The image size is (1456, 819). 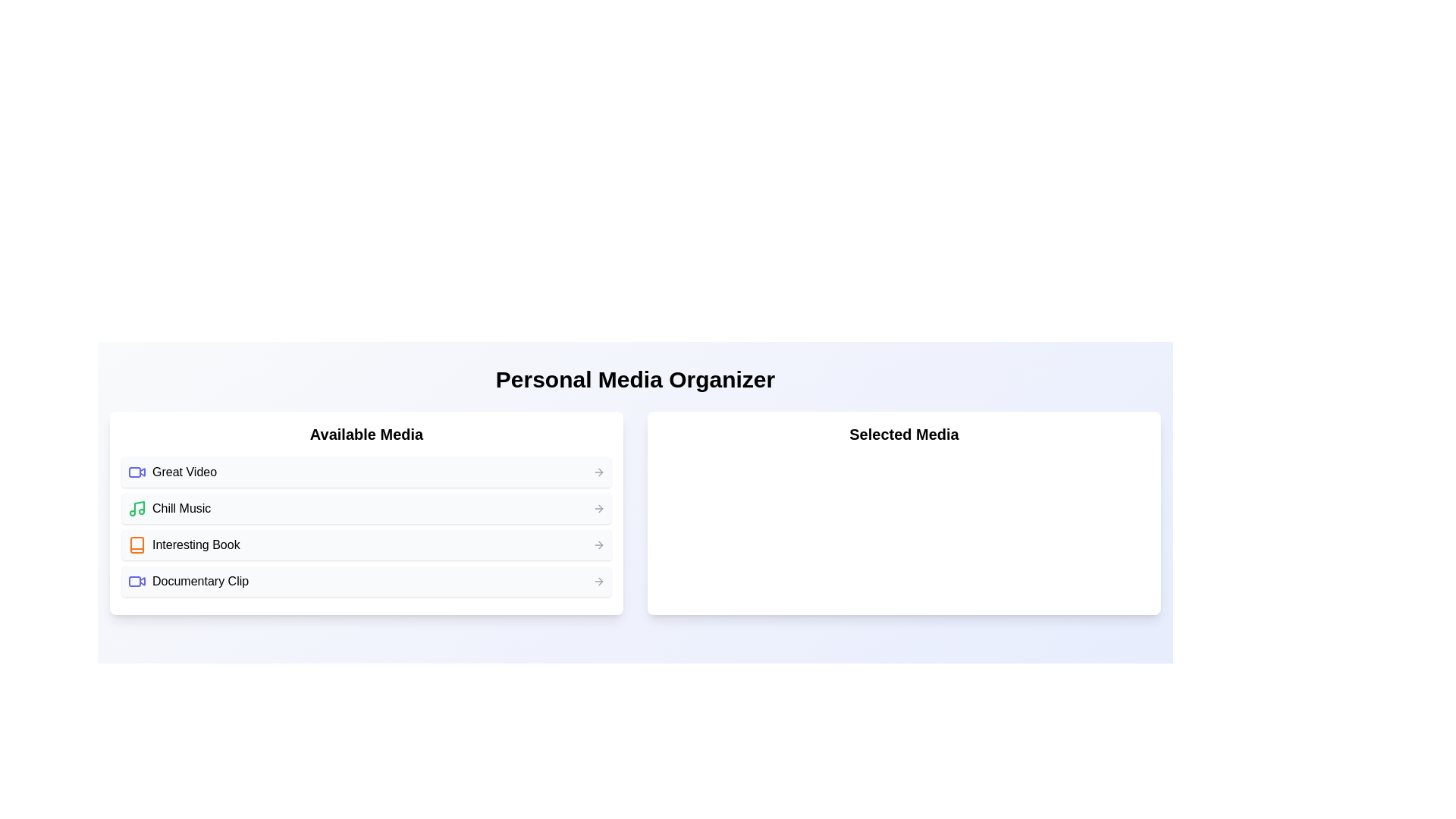 I want to click on the video file icon representing the 'Documentary Clip' media item, which is the first component in the row within the 'Available Media' section, so click(x=137, y=581).